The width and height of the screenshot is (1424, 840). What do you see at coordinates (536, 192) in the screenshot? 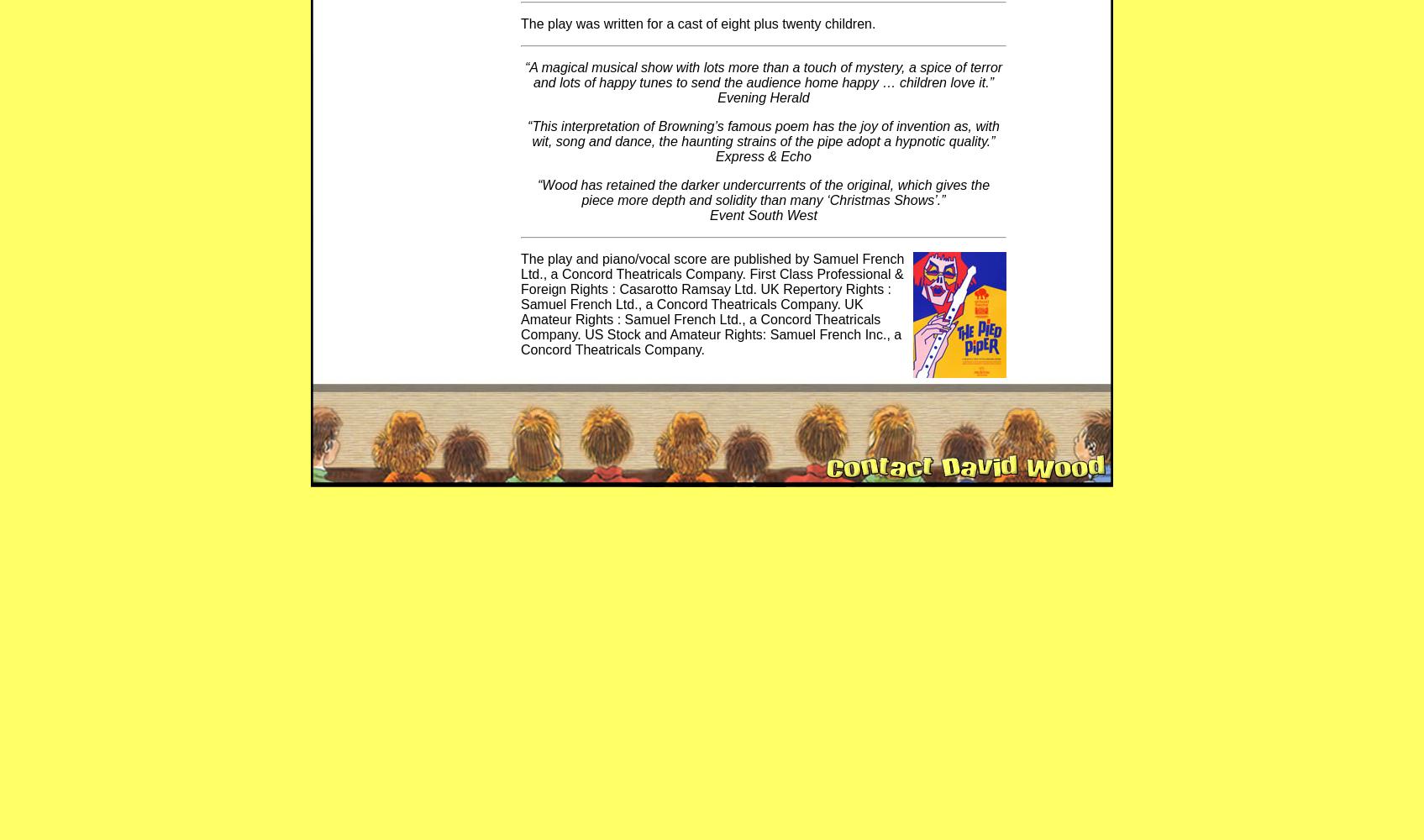
I see `'“Wood has retained the darker undercurrents of the original, which gives the piece more depth and solidity than many ‘Christmas Shows’.”'` at bounding box center [536, 192].